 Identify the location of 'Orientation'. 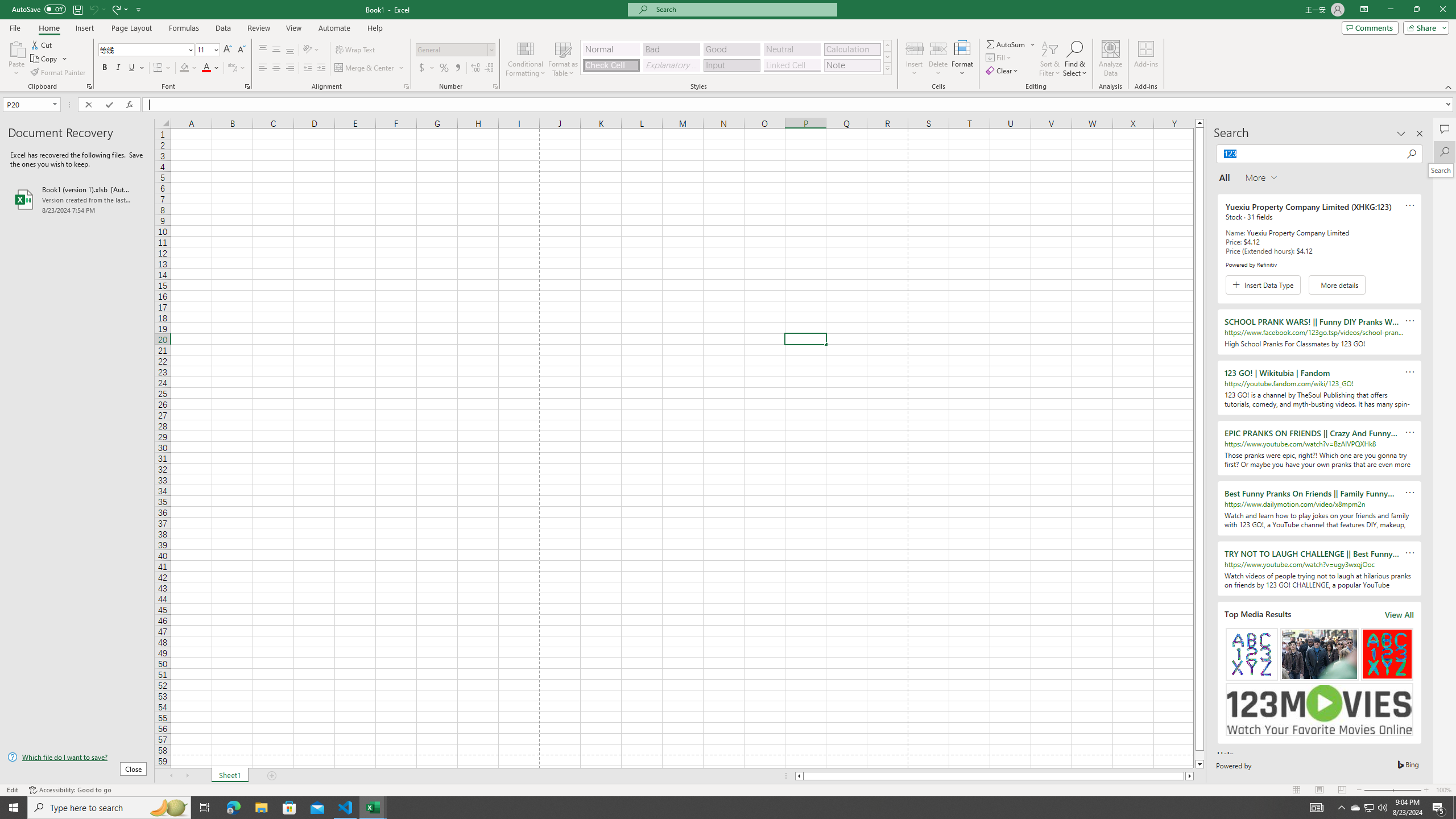
(311, 49).